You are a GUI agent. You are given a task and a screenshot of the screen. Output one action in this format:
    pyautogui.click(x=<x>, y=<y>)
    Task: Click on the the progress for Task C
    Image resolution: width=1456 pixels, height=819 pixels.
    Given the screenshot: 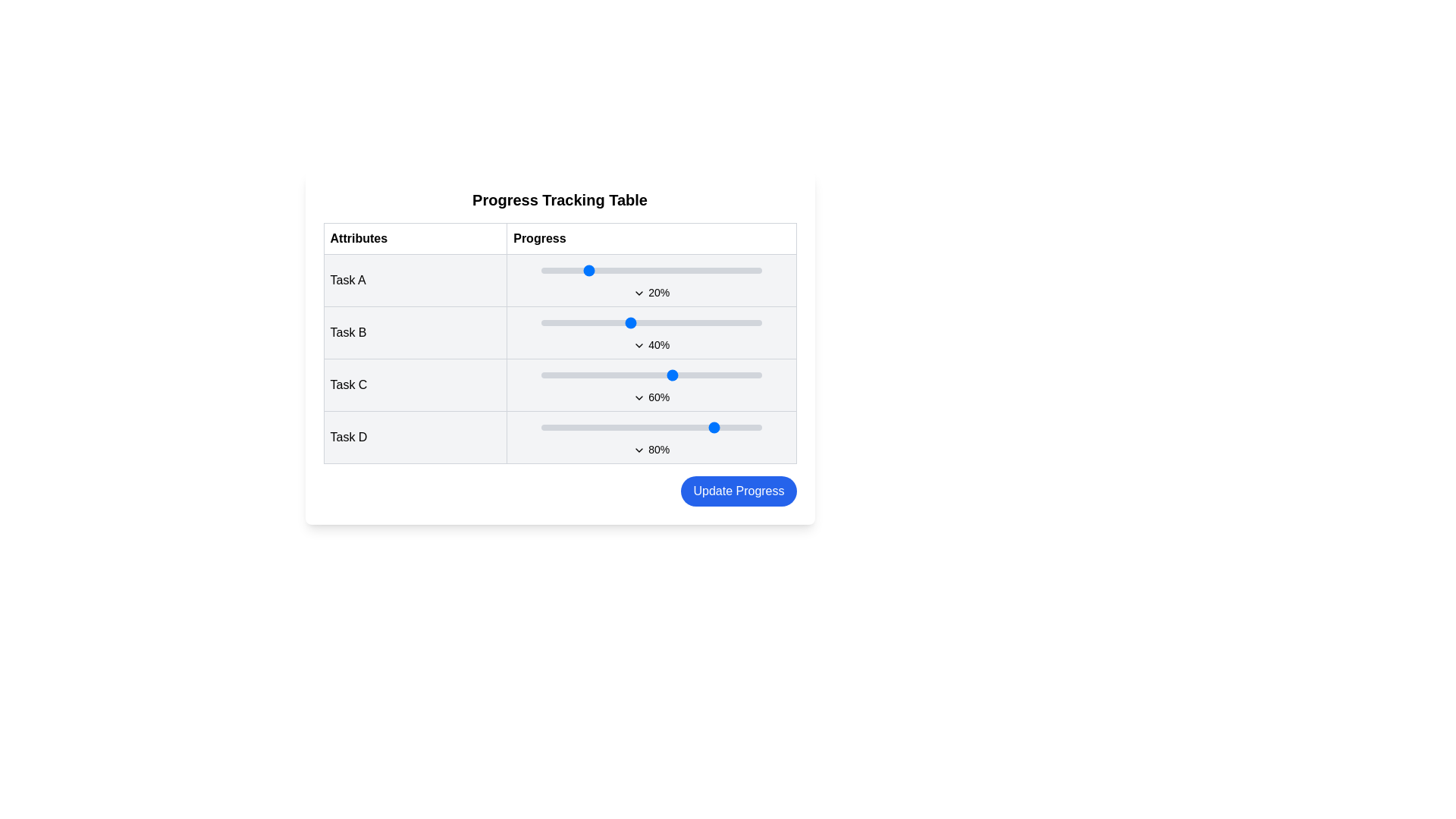 What is the action you would take?
    pyautogui.click(x=760, y=375)
    